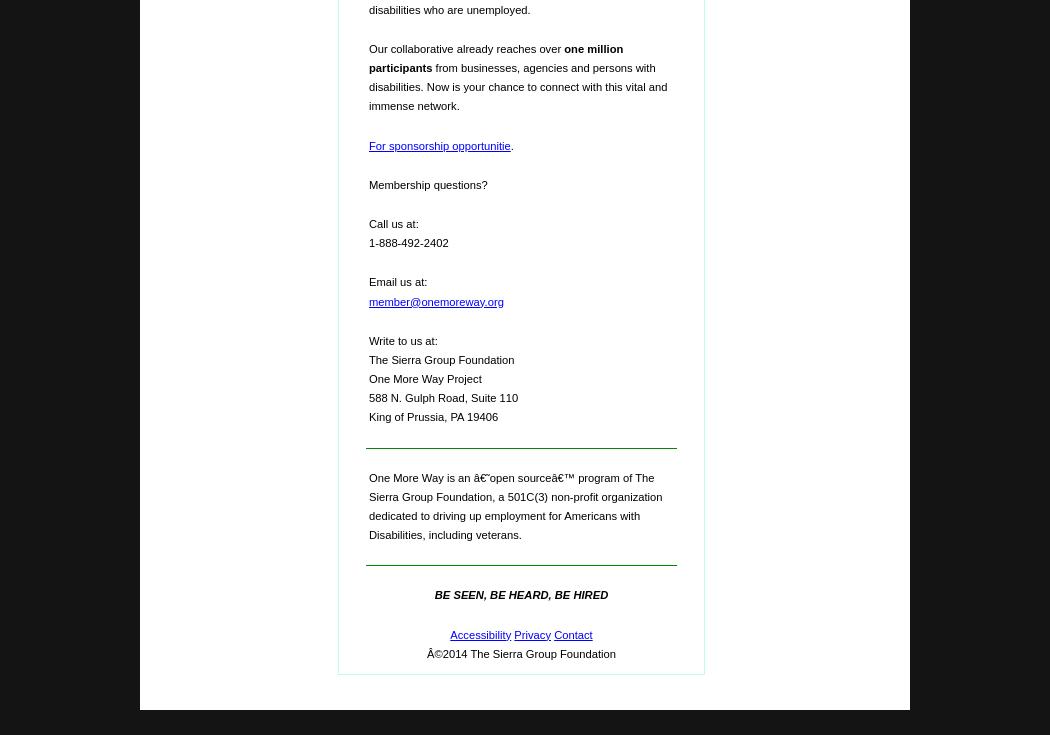 This screenshot has height=735, width=1050. What do you see at coordinates (408, 241) in the screenshot?
I see `'1-888-492-2402'` at bounding box center [408, 241].